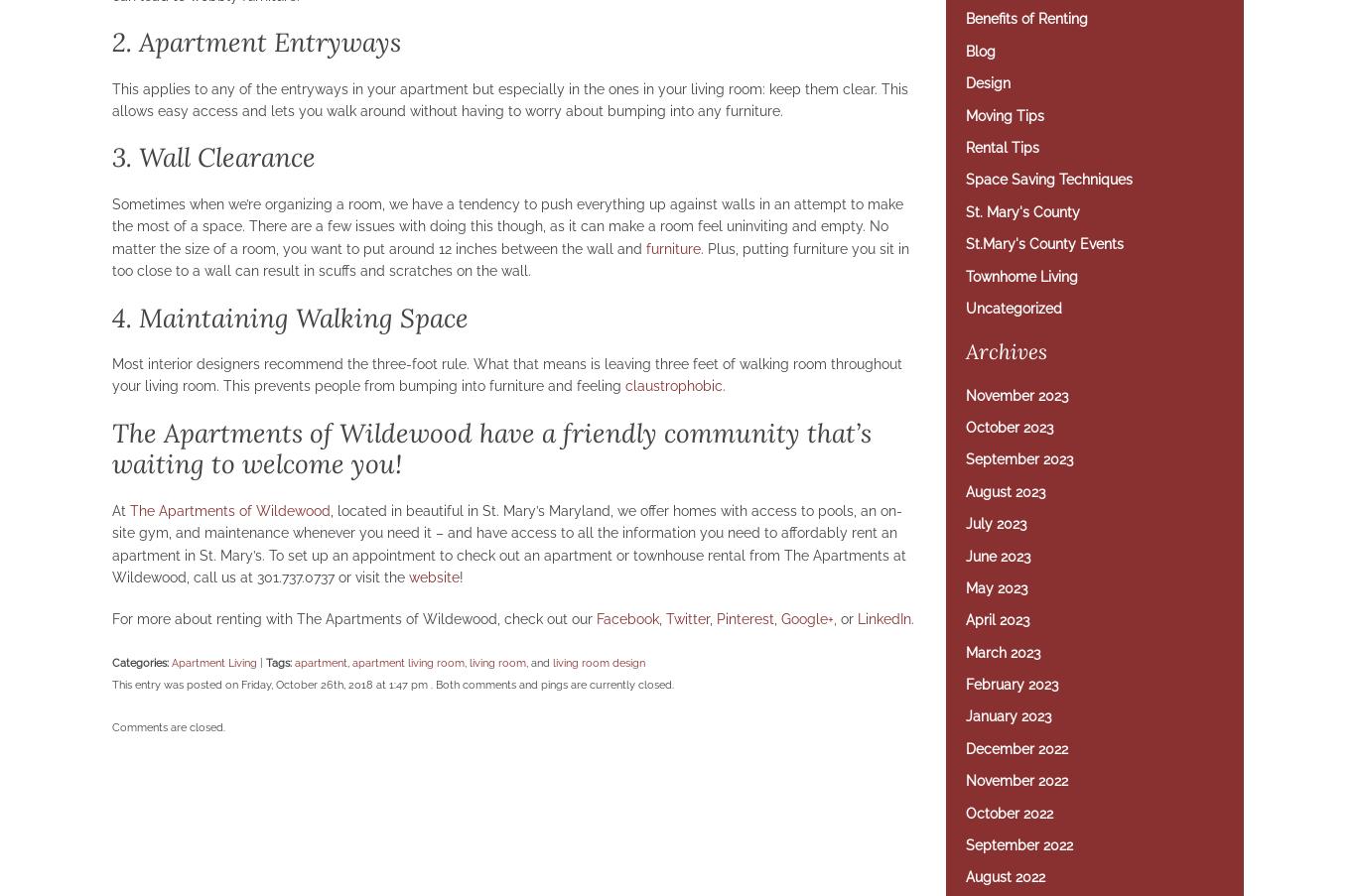 The height and width of the screenshot is (896, 1356). Describe the element at coordinates (392, 683) in the screenshot. I see `'This entry was posted on
						Friday, October 26th, 2018						at
						1:47 pm						.
												Both comments and pings are currently closed.'` at that location.